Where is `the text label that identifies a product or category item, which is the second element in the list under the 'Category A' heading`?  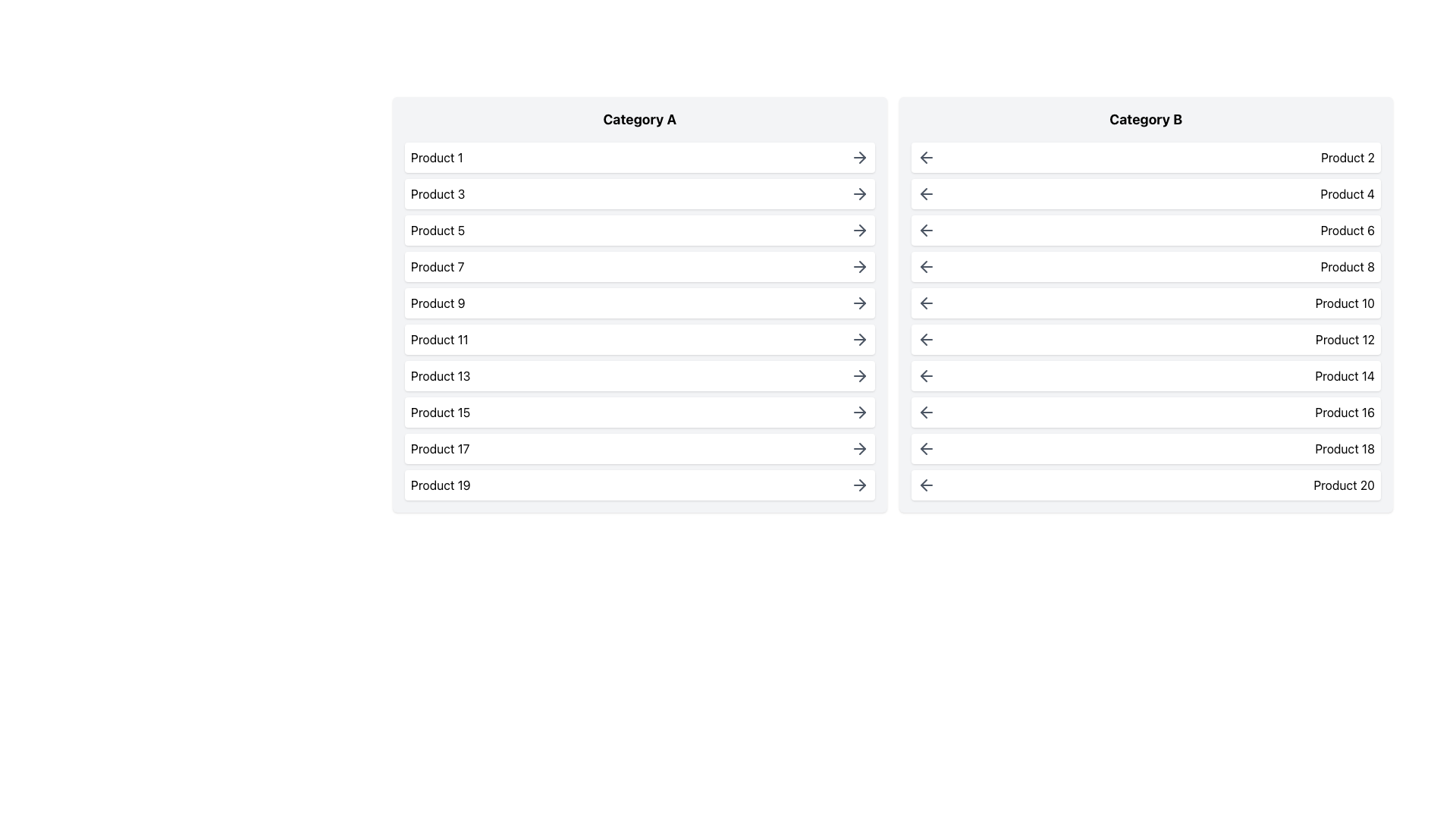
the text label that identifies a product or category item, which is the second element in the list under the 'Category A' heading is located at coordinates (437, 193).